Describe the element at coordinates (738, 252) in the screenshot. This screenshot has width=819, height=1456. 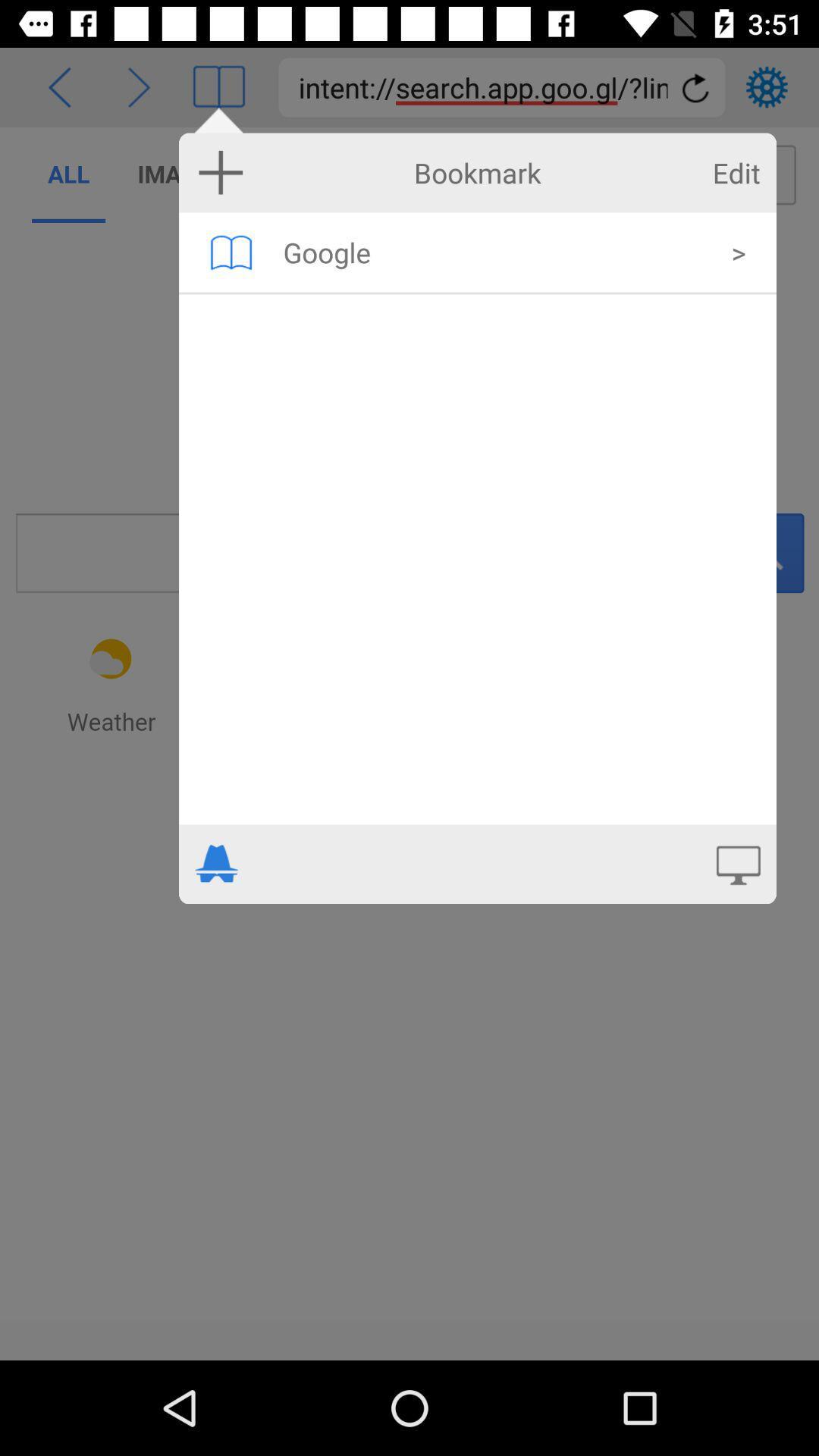
I see `the >` at that location.